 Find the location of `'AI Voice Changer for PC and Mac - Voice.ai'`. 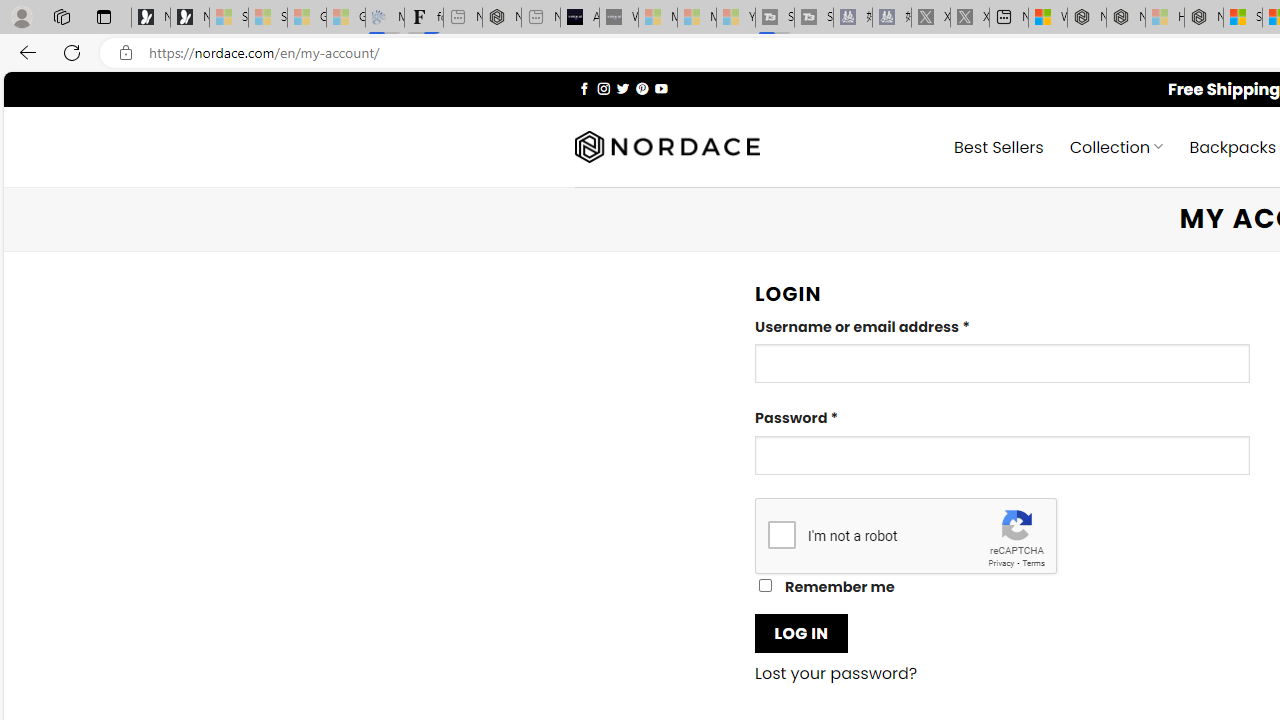

'AI Voice Changer for PC and Mac - Voice.ai' is located at coordinates (578, 17).